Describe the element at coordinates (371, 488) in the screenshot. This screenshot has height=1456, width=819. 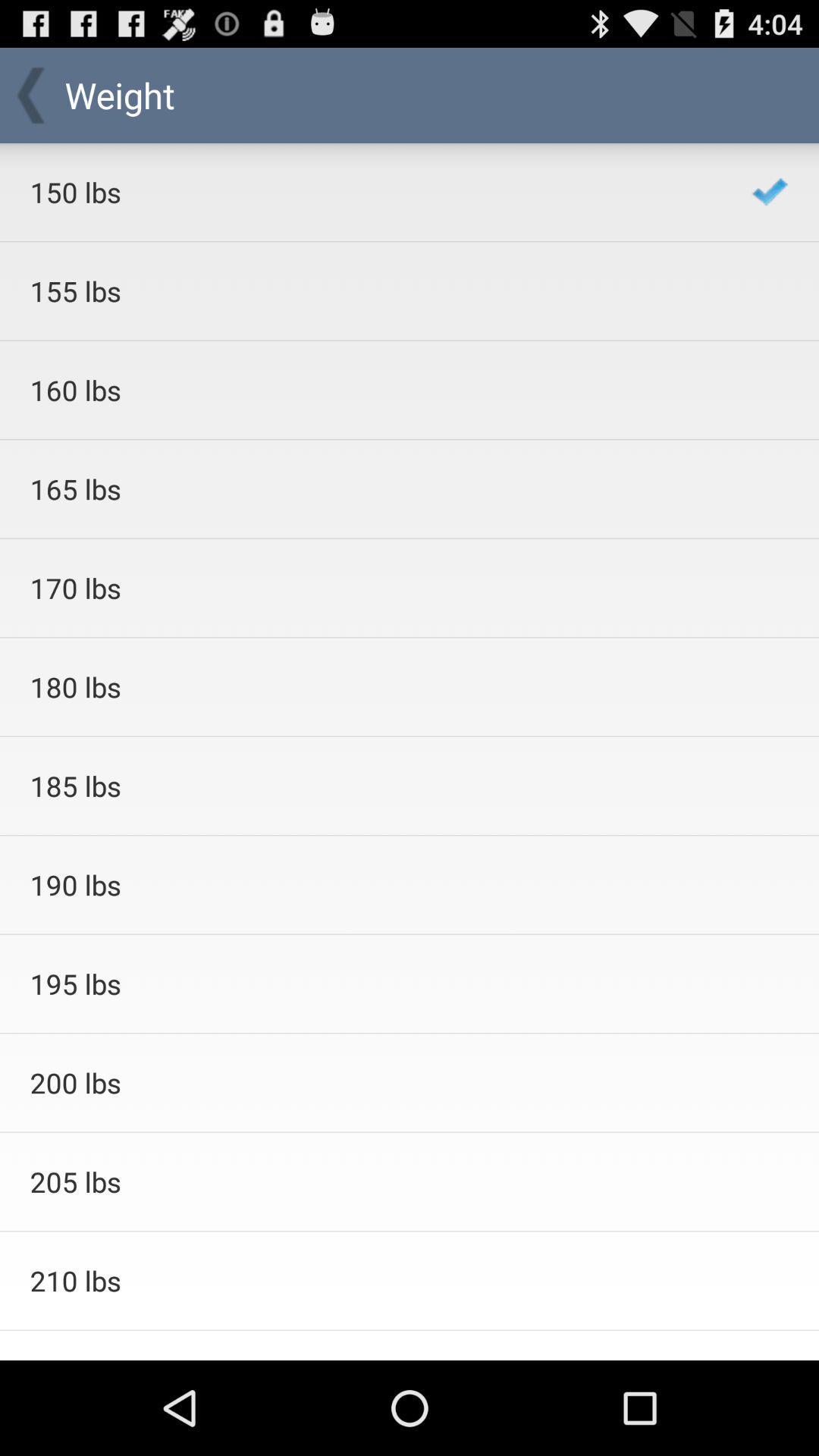
I see `the 165 lbs icon` at that location.